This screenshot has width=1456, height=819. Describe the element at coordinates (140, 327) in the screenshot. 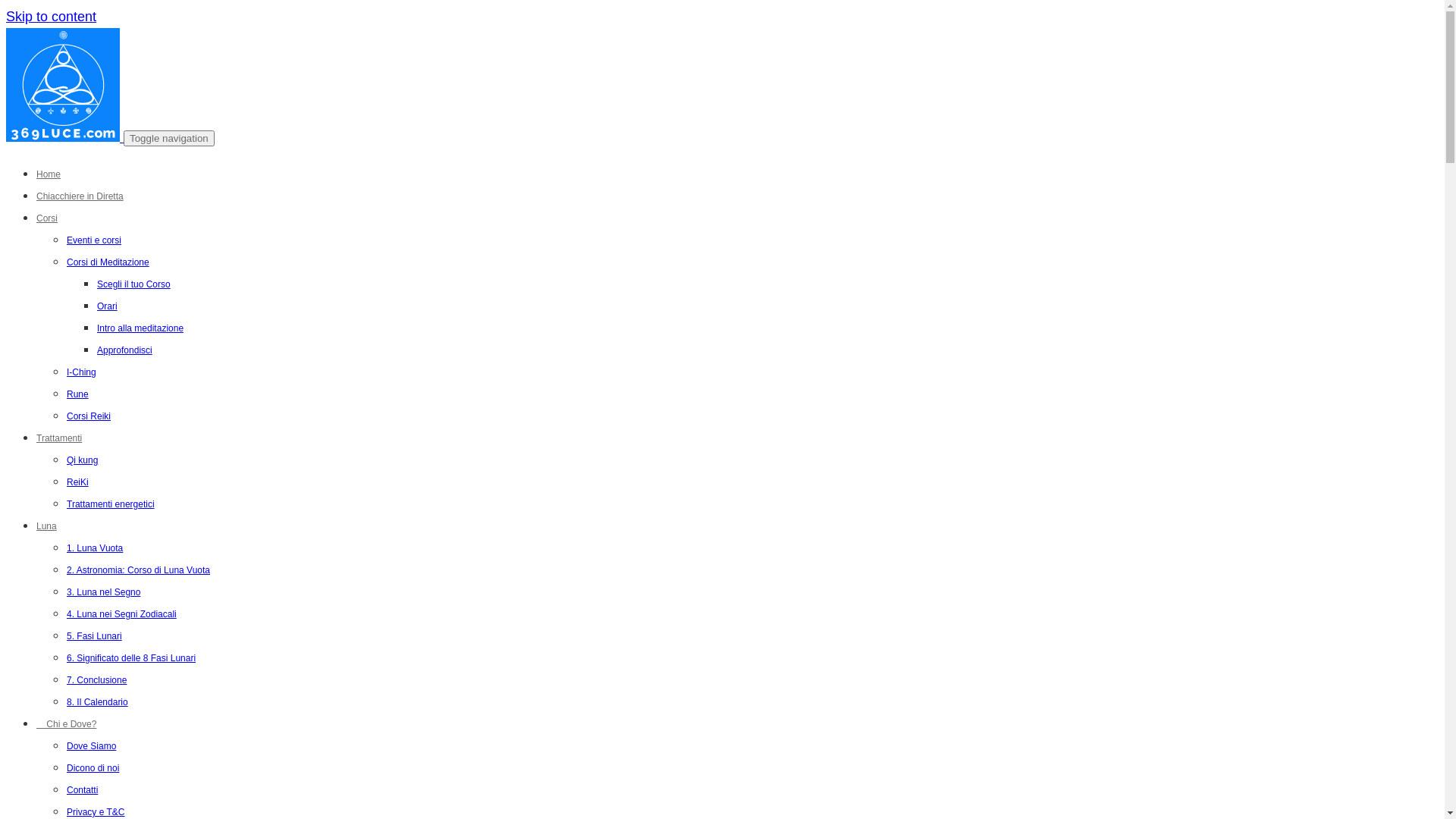

I see `'Intro alla meditazione'` at that location.